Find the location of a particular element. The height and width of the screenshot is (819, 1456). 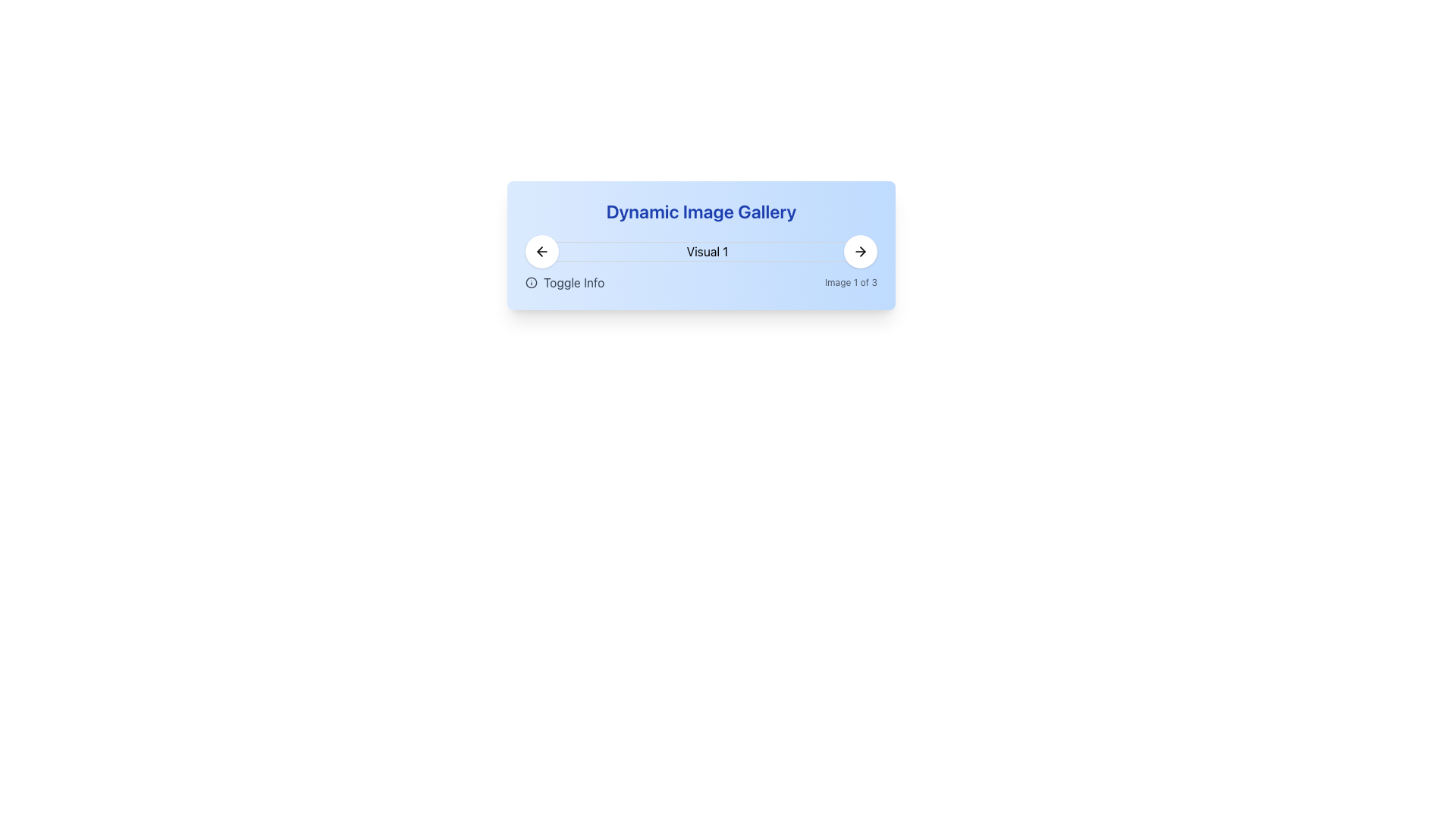

the 'Toggle Info' button, which is styled in gray font and includes a circular 'i' icon is located at coordinates (564, 283).